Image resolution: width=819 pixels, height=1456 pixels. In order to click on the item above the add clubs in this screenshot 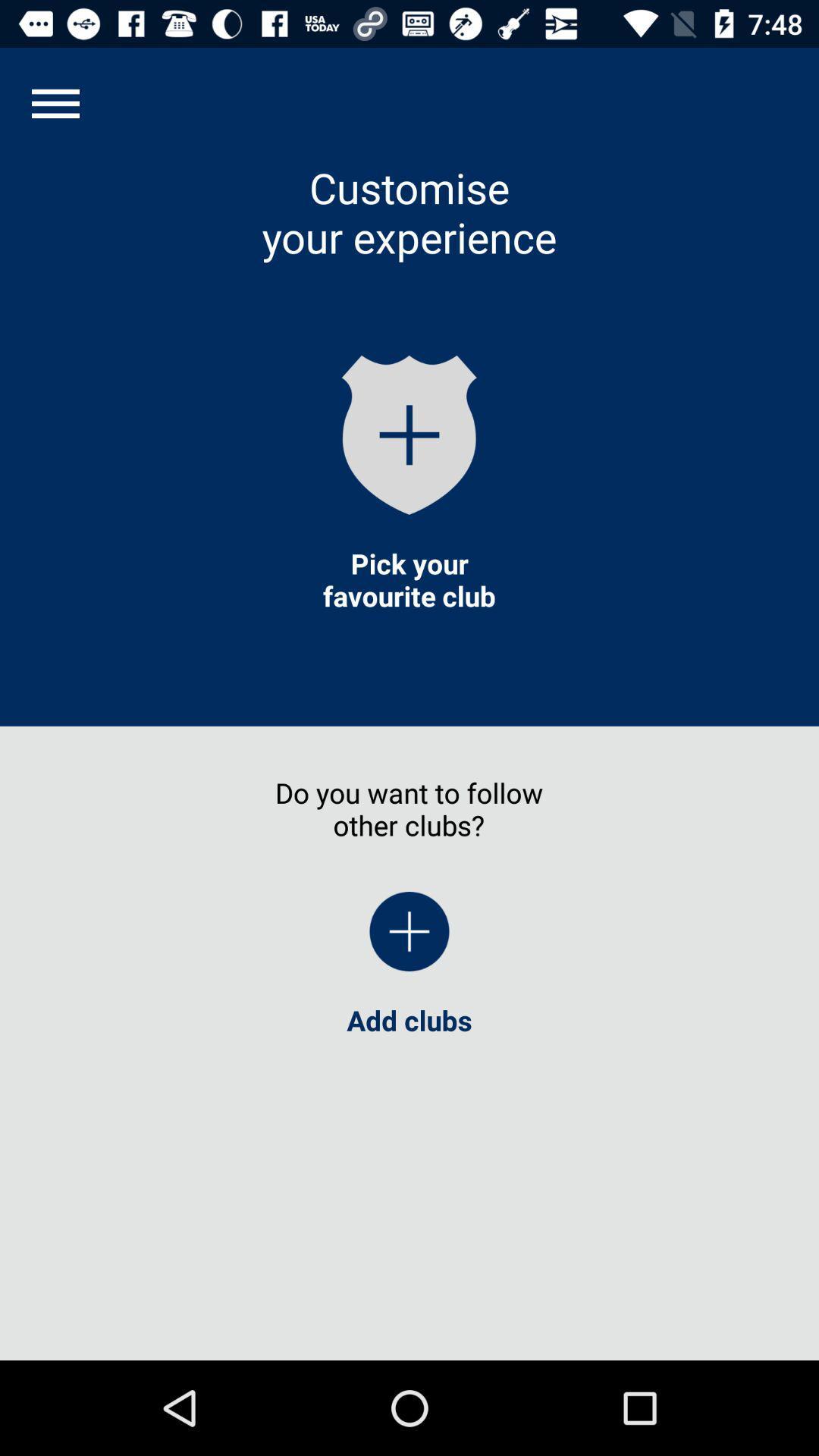, I will do `click(409, 930)`.